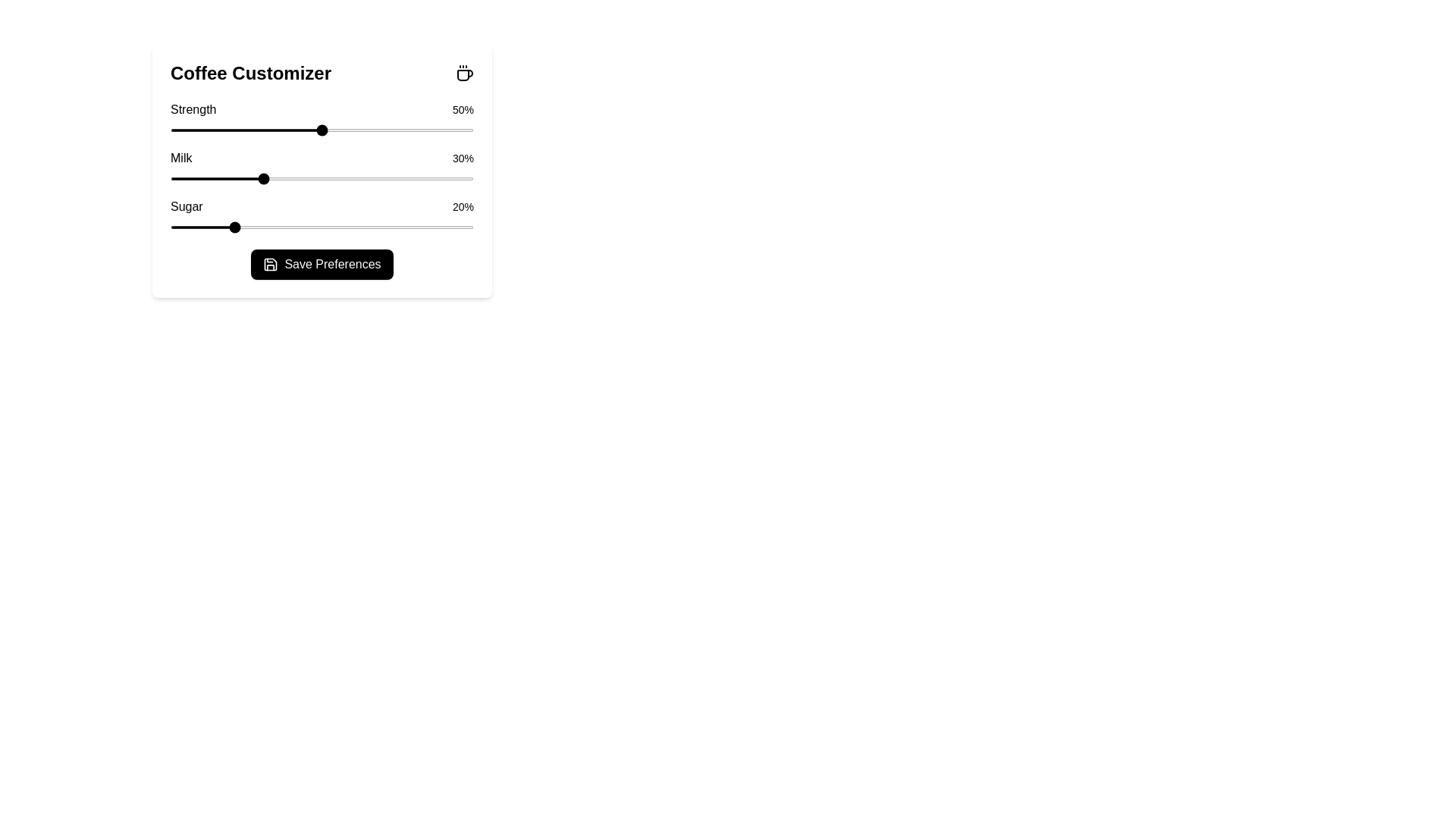  I want to click on the sugar level, so click(454, 227).